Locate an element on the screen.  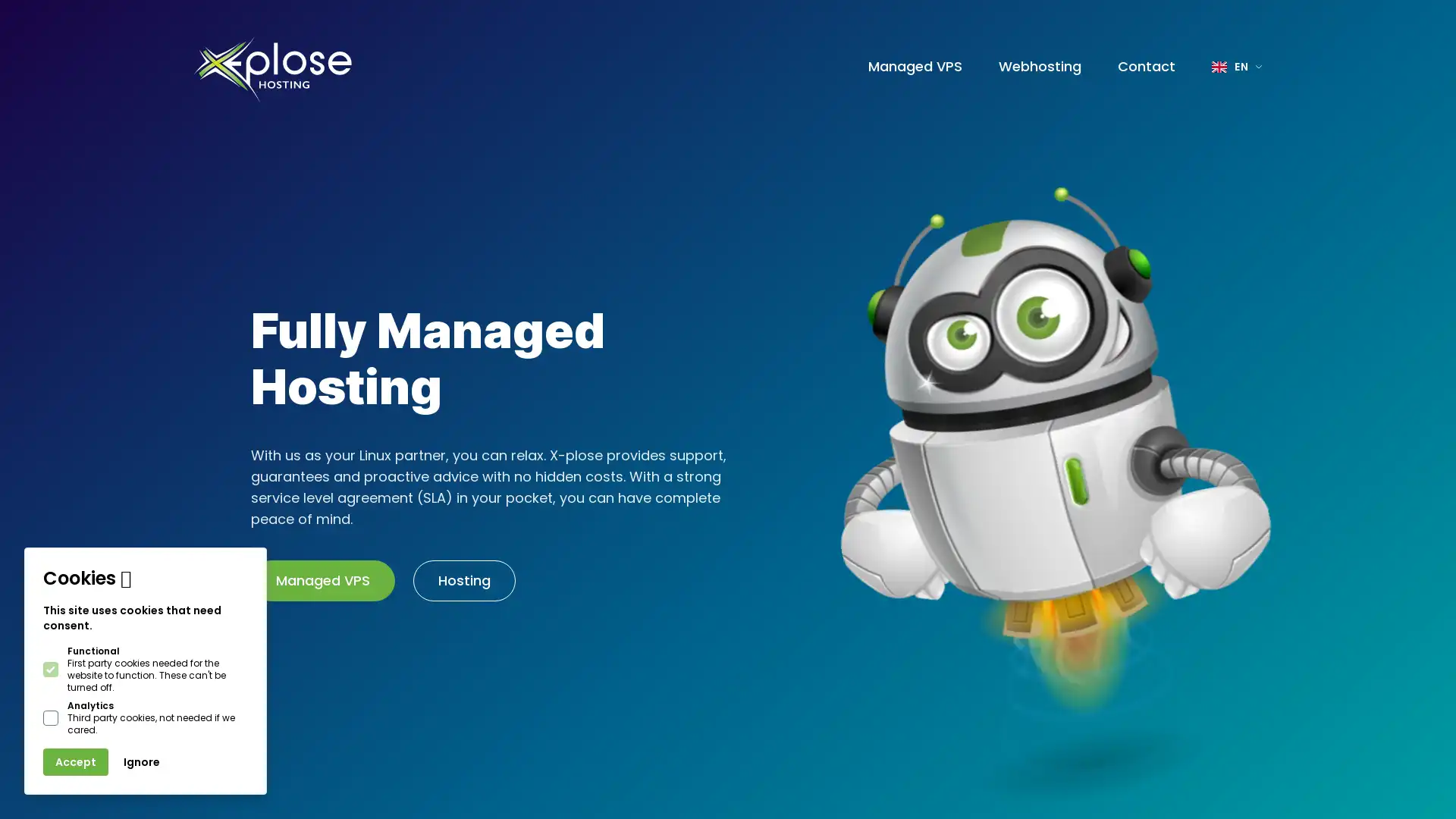
Ignore is located at coordinates (142, 762).